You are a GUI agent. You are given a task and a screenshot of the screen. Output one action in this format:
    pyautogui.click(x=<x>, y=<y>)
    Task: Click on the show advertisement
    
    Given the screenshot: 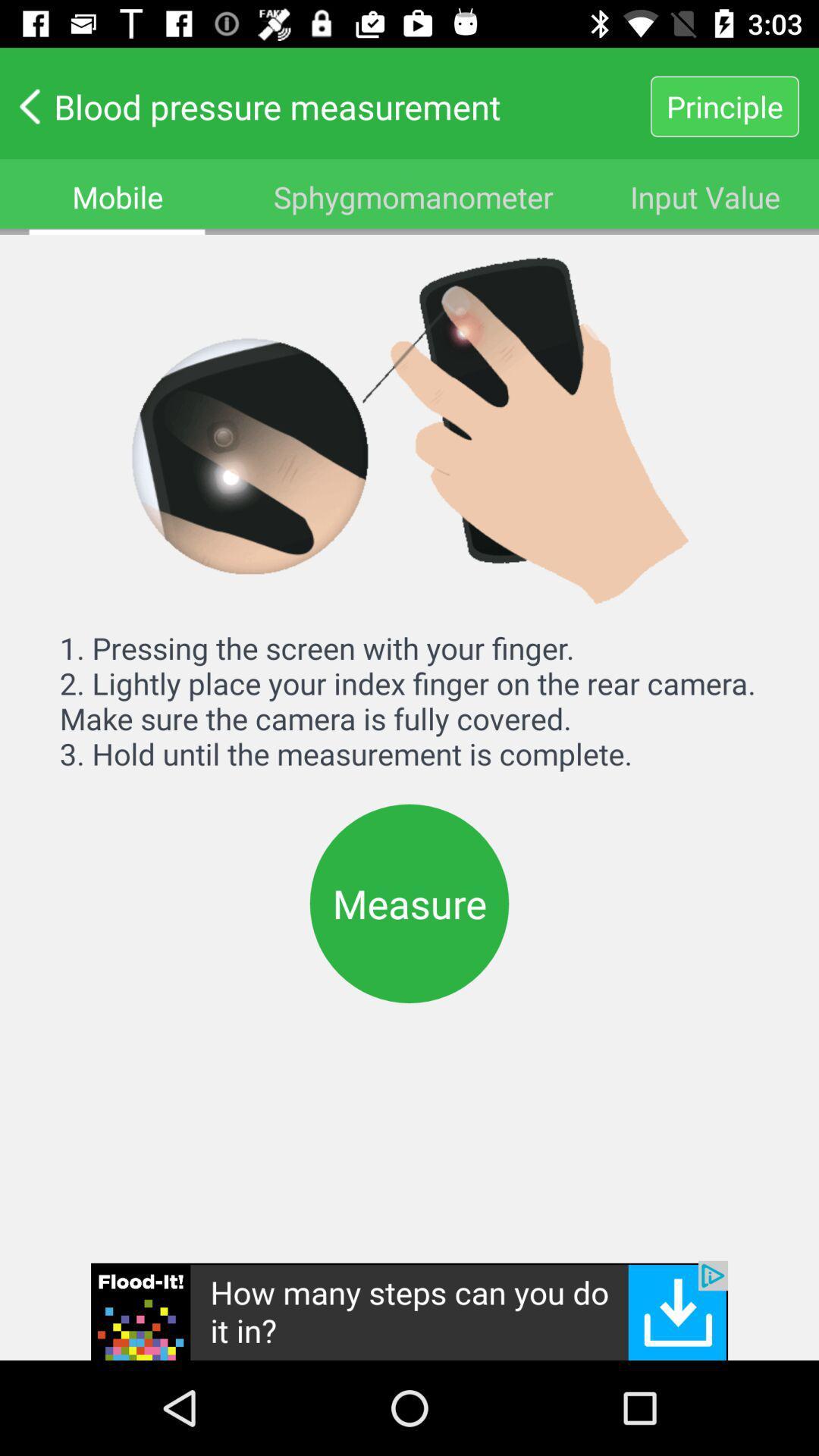 What is the action you would take?
    pyautogui.click(x=409, y=1310)
    